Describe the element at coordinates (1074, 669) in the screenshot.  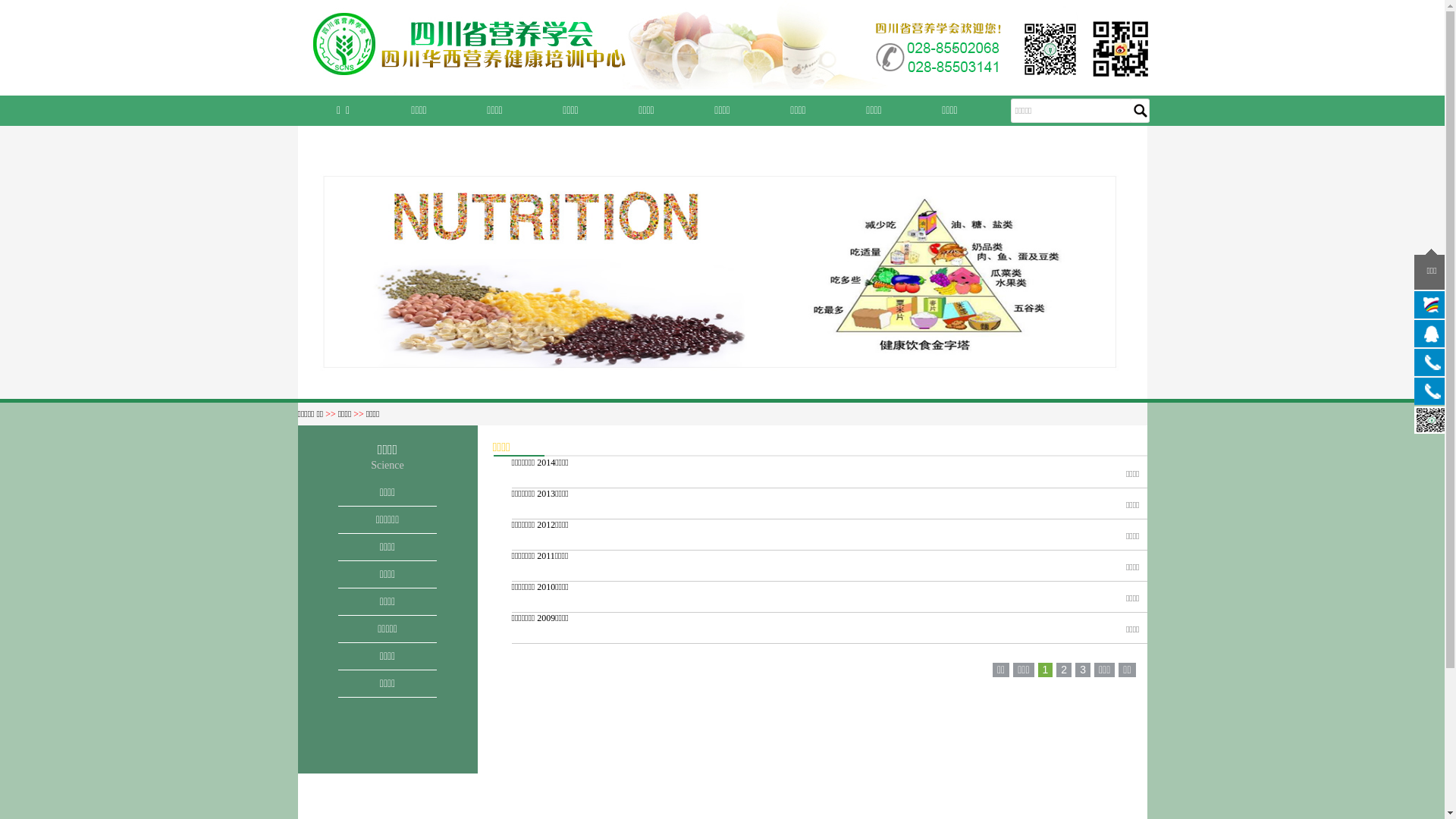
I see `'3'` at that location.